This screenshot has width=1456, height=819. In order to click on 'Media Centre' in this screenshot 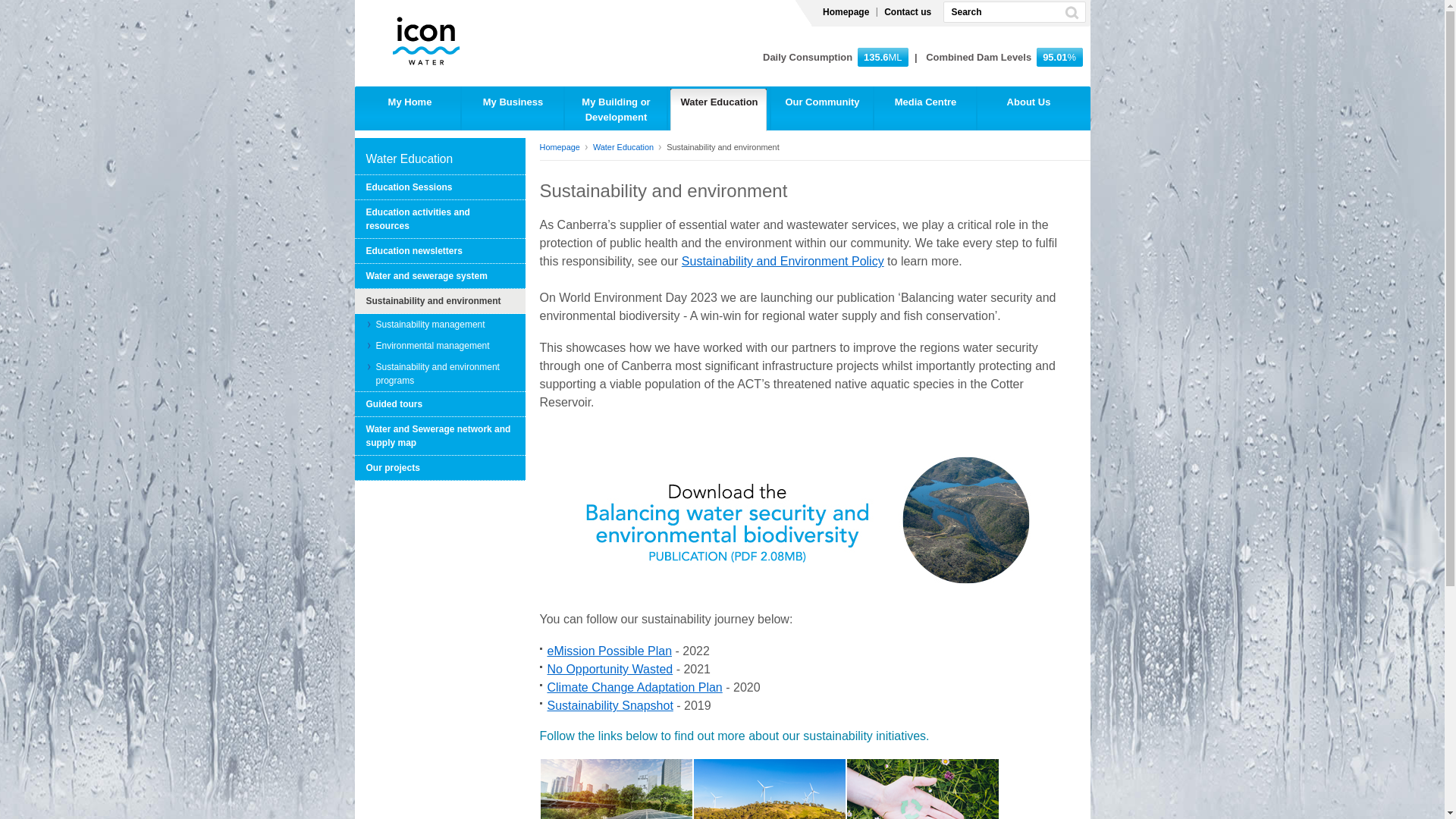, I will do `click(924, 108)`.